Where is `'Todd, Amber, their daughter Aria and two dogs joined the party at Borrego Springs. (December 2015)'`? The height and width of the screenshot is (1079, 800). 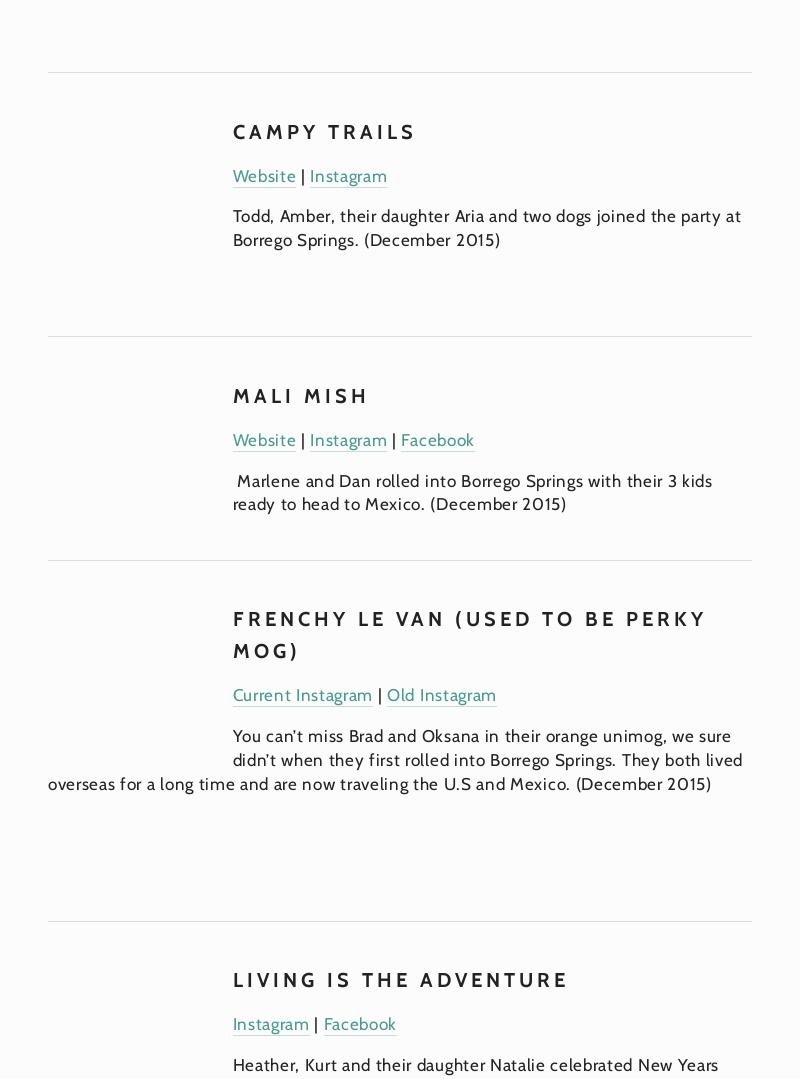 'Todd, Amber, their daughter Aria and two dogs joined the party at Borrego Springs. (December 2015)' is located at coordinates (488, 226).